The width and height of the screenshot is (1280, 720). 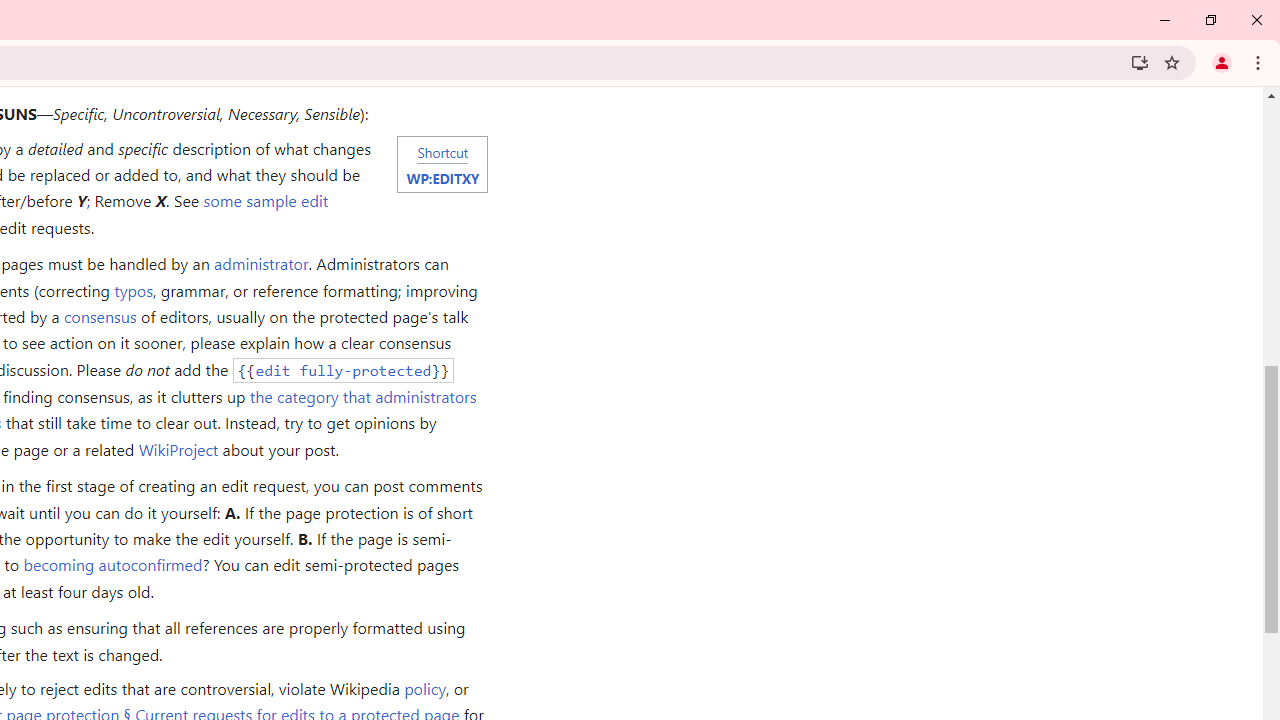 What do you see at coordinates (343, 370) in the screenshot?
I see `'edit fully-protected'` at bounding box center [343, 370].